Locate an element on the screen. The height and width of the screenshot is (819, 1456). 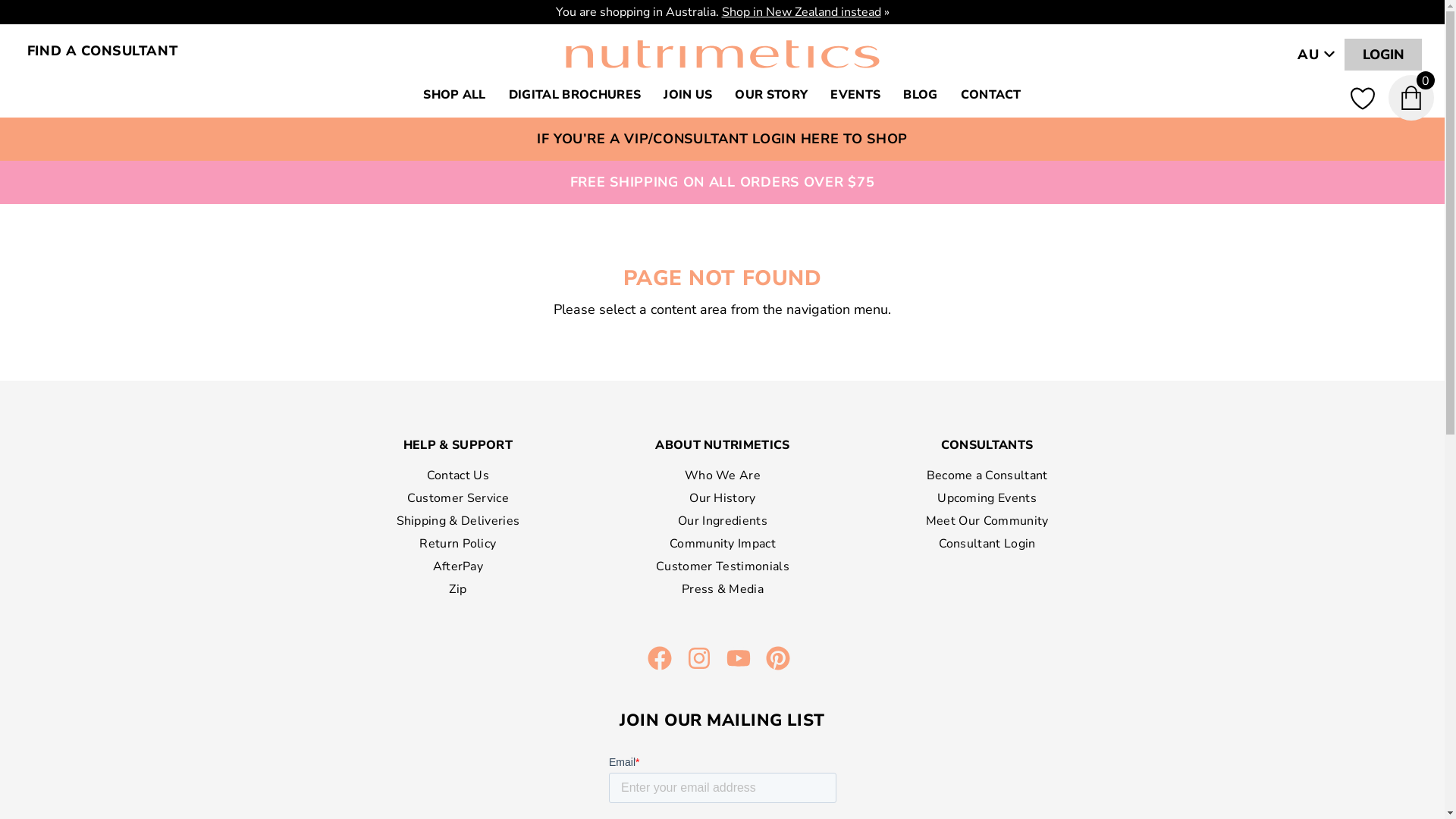
'Community Impact' is located at coordinates (721, 543).